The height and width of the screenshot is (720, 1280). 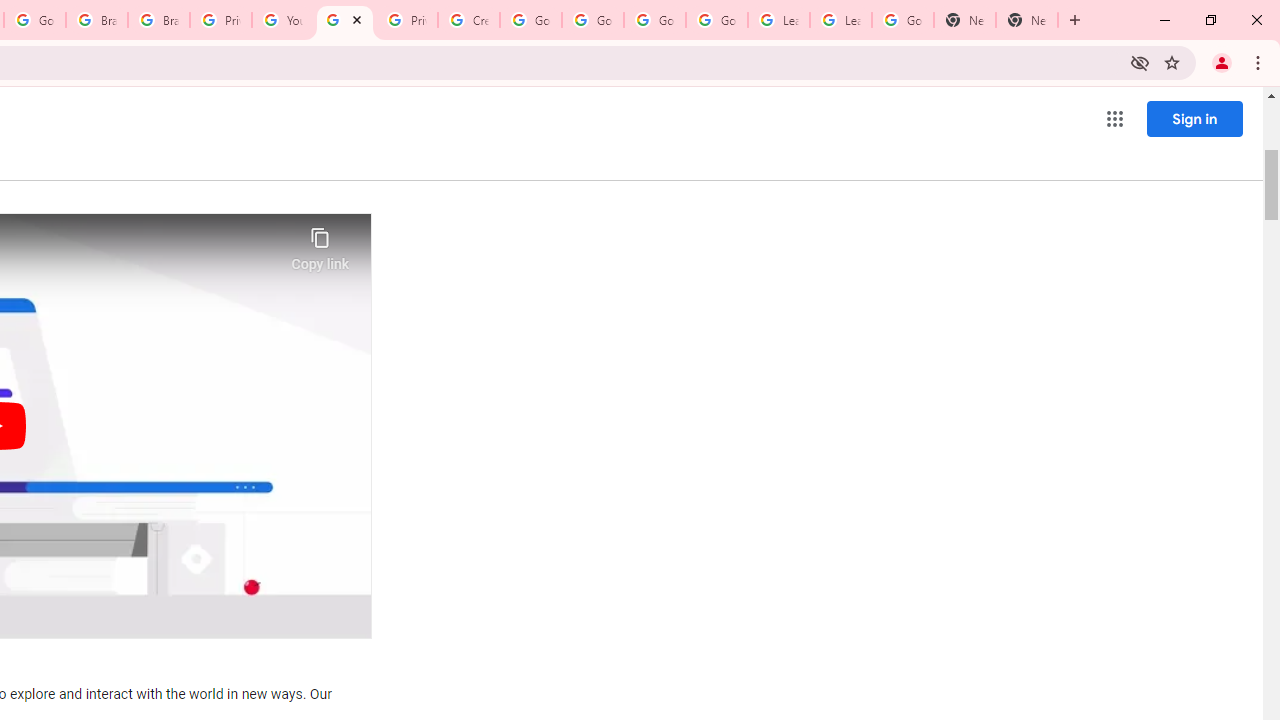 I want to click on 'Google Account', so click(x=902, y=20).